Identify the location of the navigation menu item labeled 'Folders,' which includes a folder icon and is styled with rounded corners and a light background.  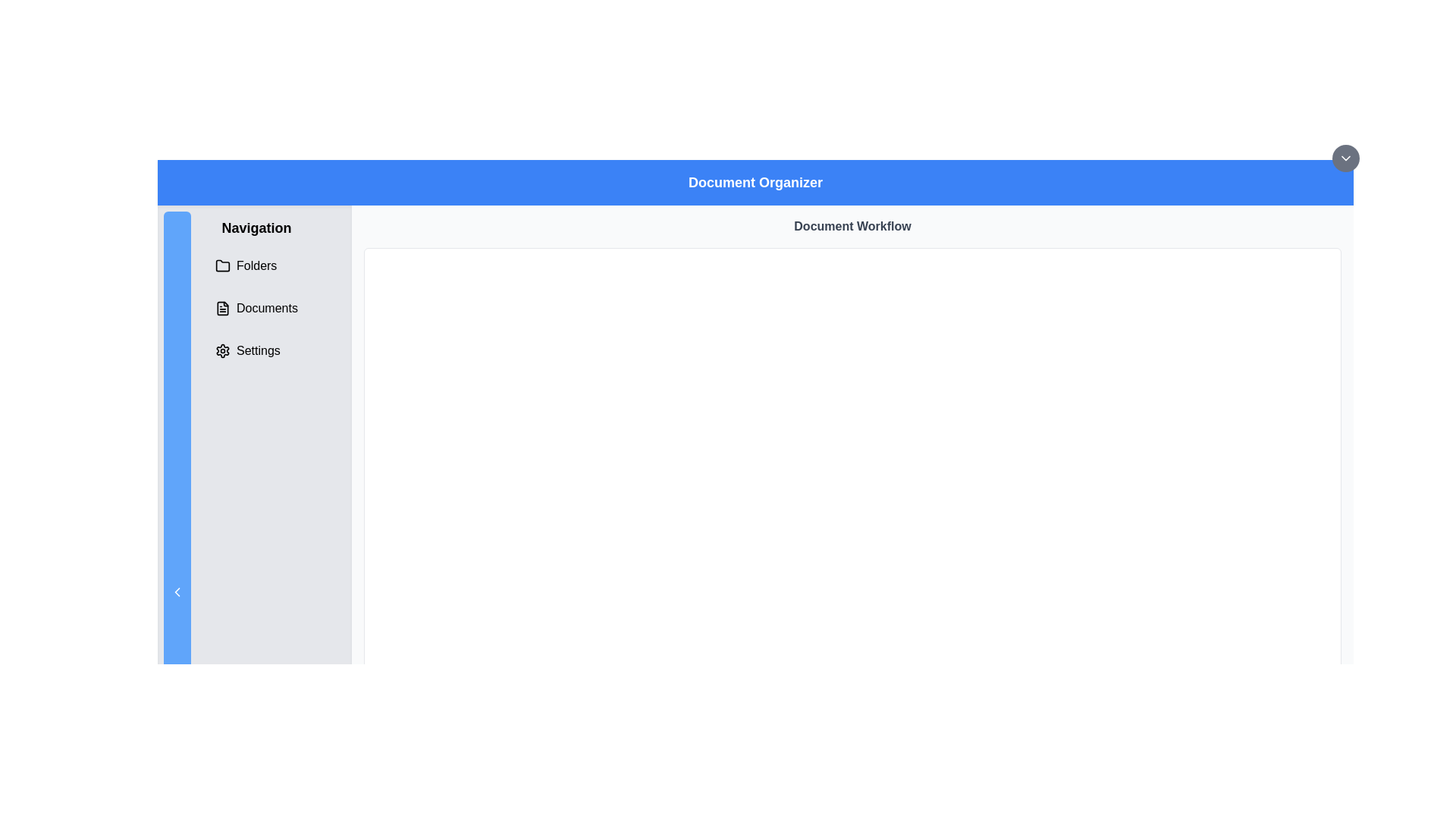
(256, 265).